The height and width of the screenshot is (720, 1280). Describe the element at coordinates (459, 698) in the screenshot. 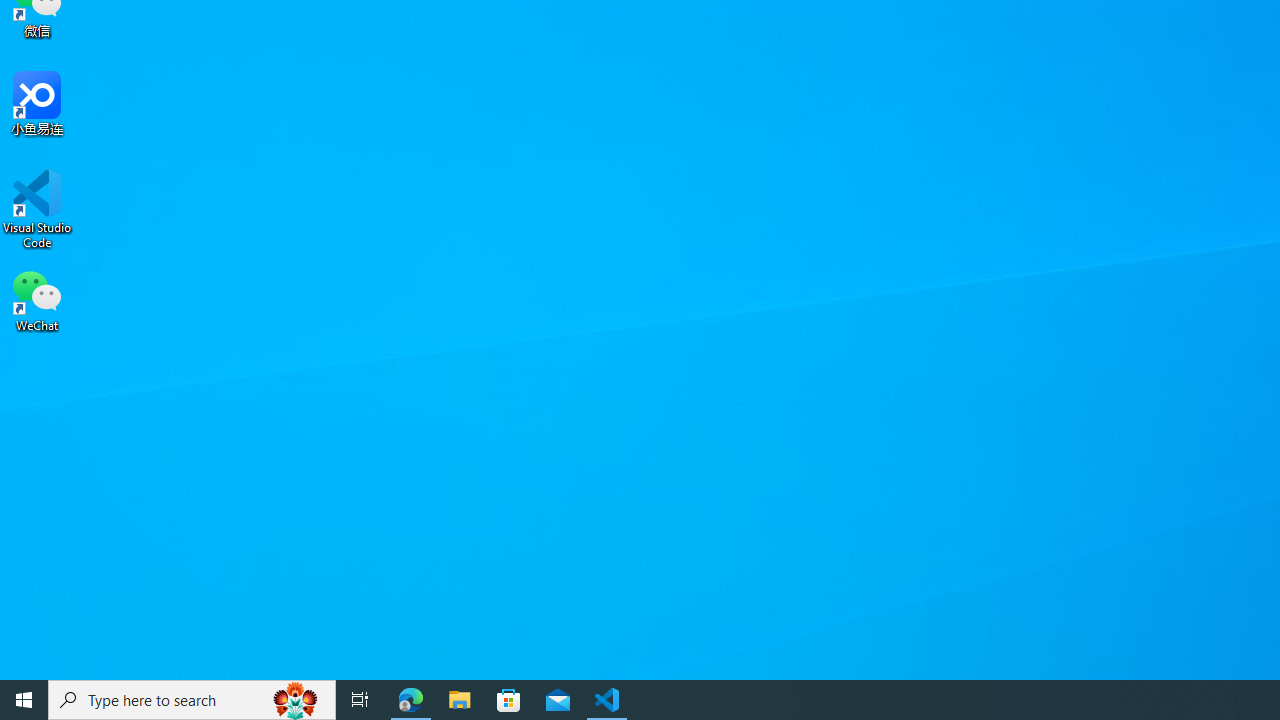

I see `'File Explorer'` at that location.